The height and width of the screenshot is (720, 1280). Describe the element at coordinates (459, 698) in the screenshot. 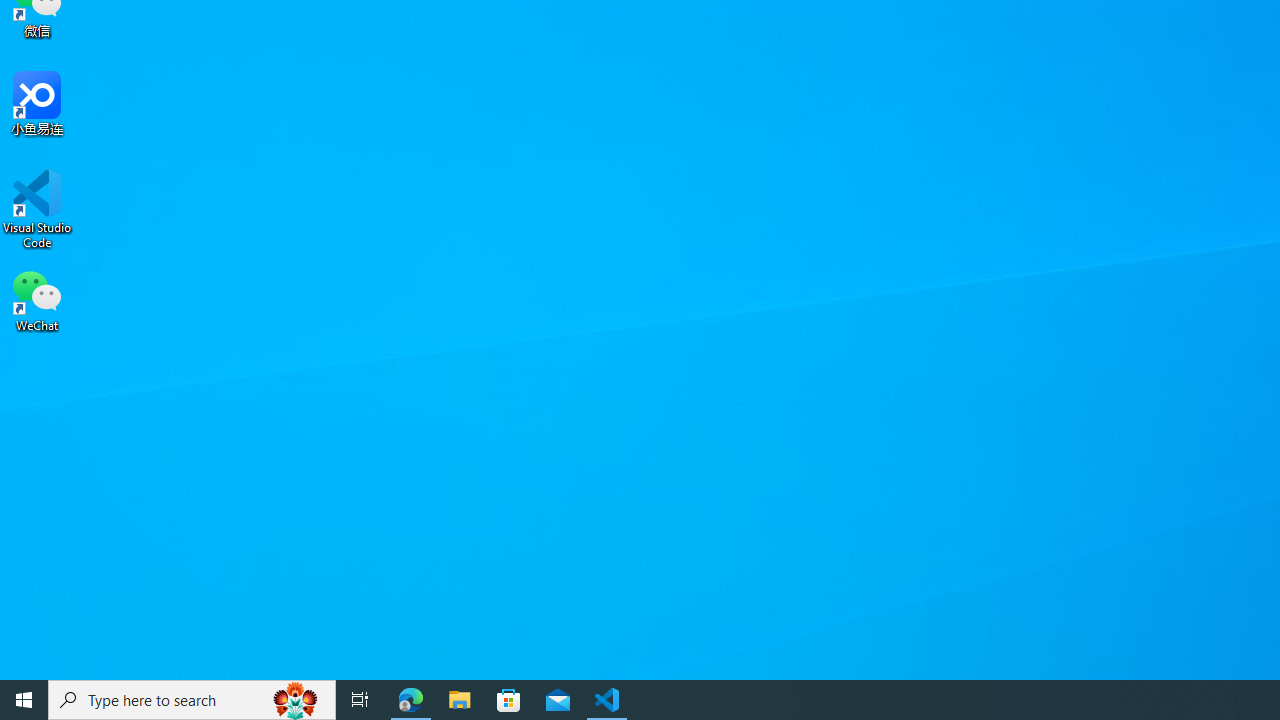

I see `'File Explorer'` at that location.